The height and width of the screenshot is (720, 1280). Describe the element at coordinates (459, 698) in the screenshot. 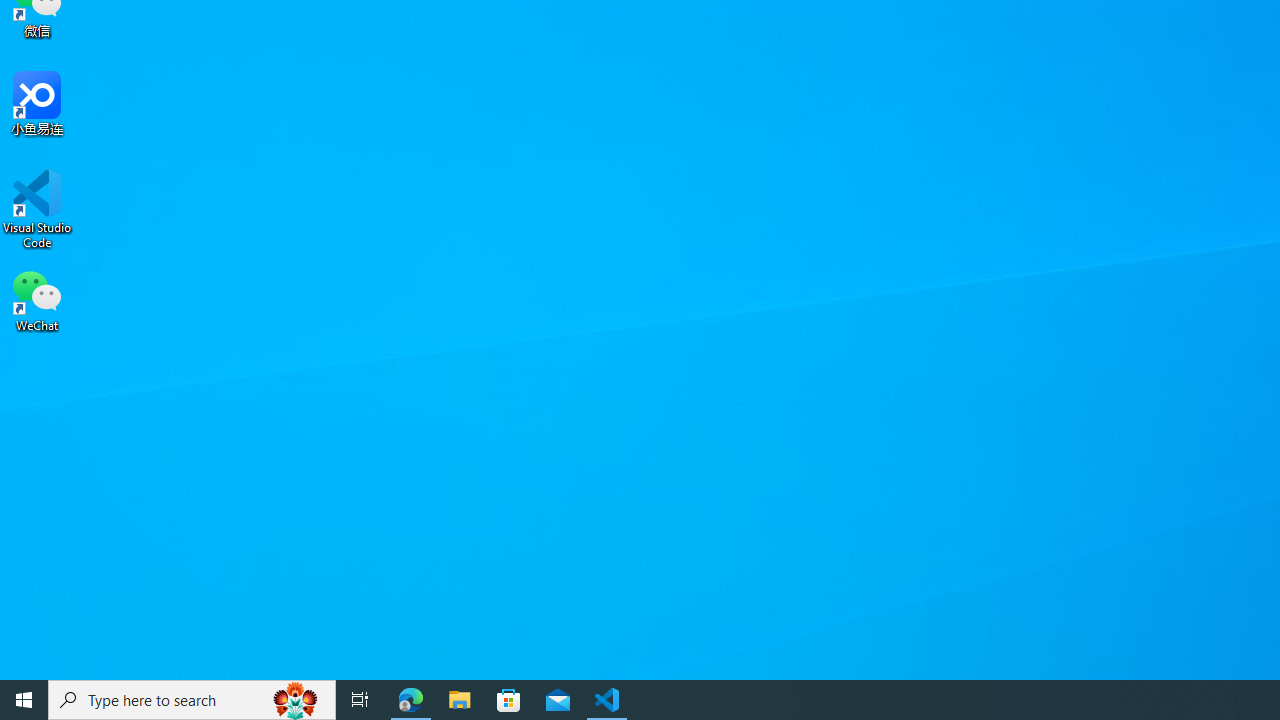

I see `'File Explorer'` at that location.